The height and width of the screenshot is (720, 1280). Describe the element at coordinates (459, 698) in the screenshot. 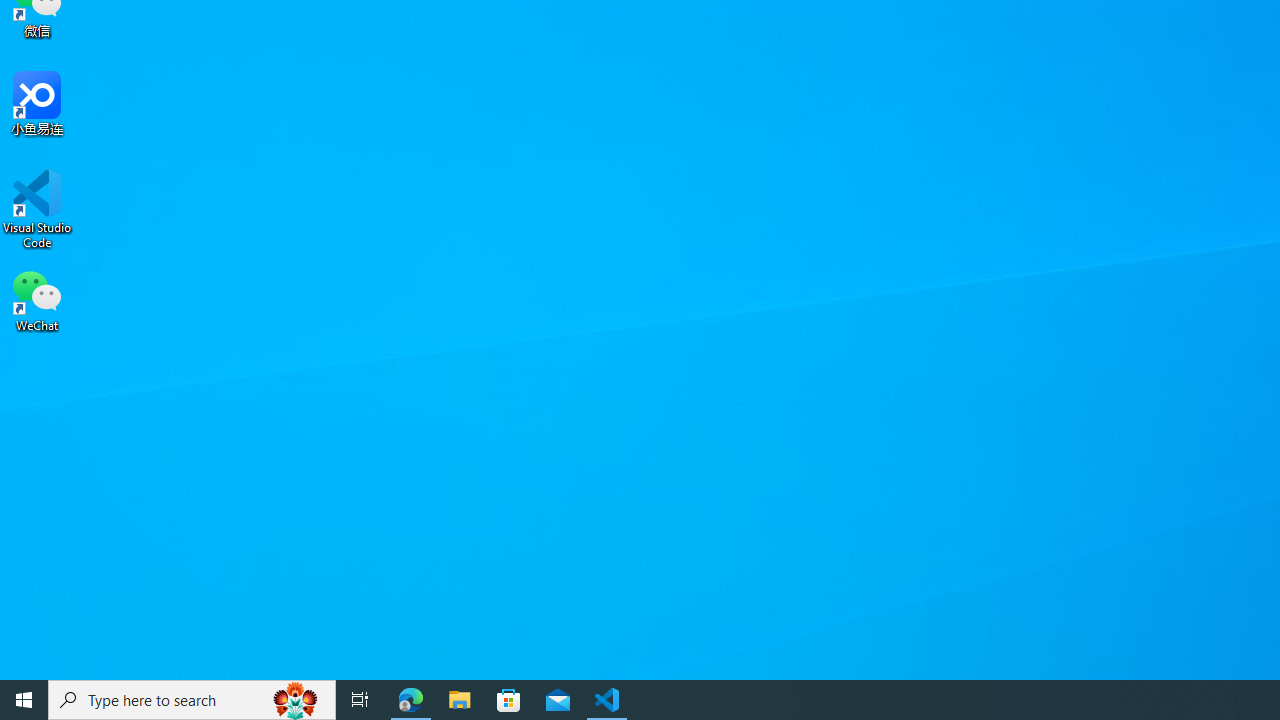

I see `'File Explorer'` at that location.